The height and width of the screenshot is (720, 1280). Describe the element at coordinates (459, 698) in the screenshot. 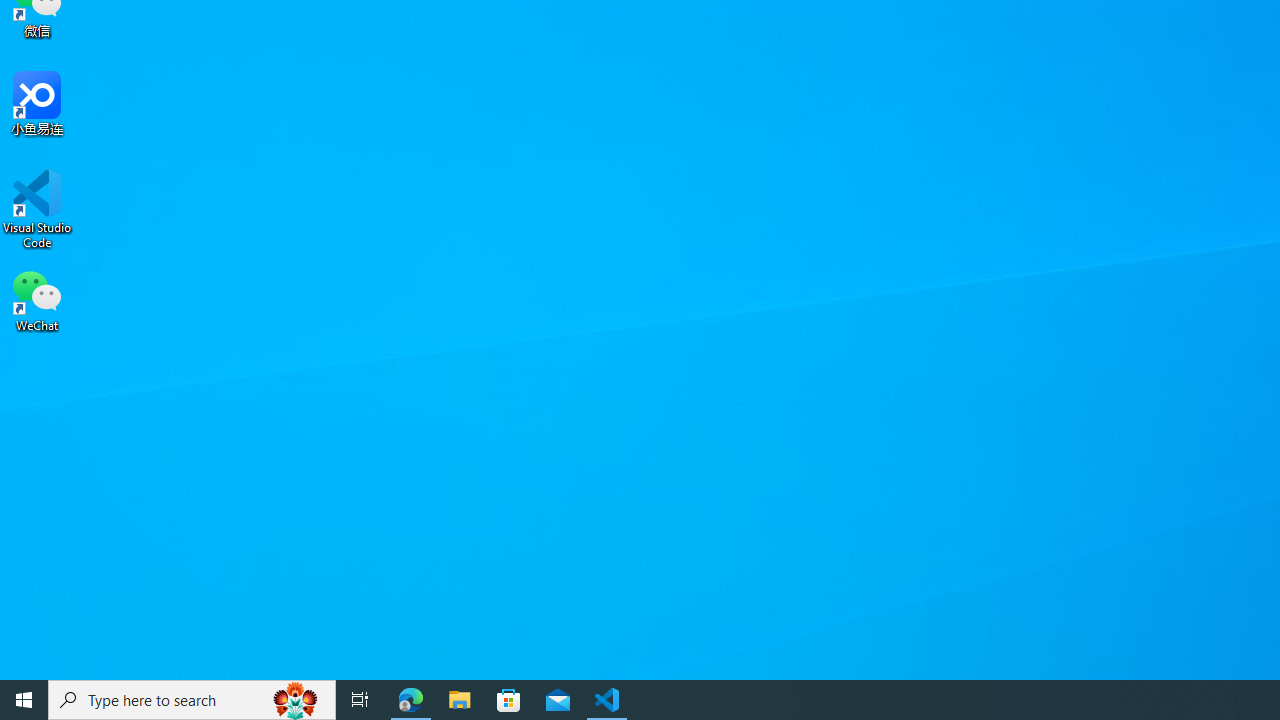

I see `'File Explorer'` at that location.